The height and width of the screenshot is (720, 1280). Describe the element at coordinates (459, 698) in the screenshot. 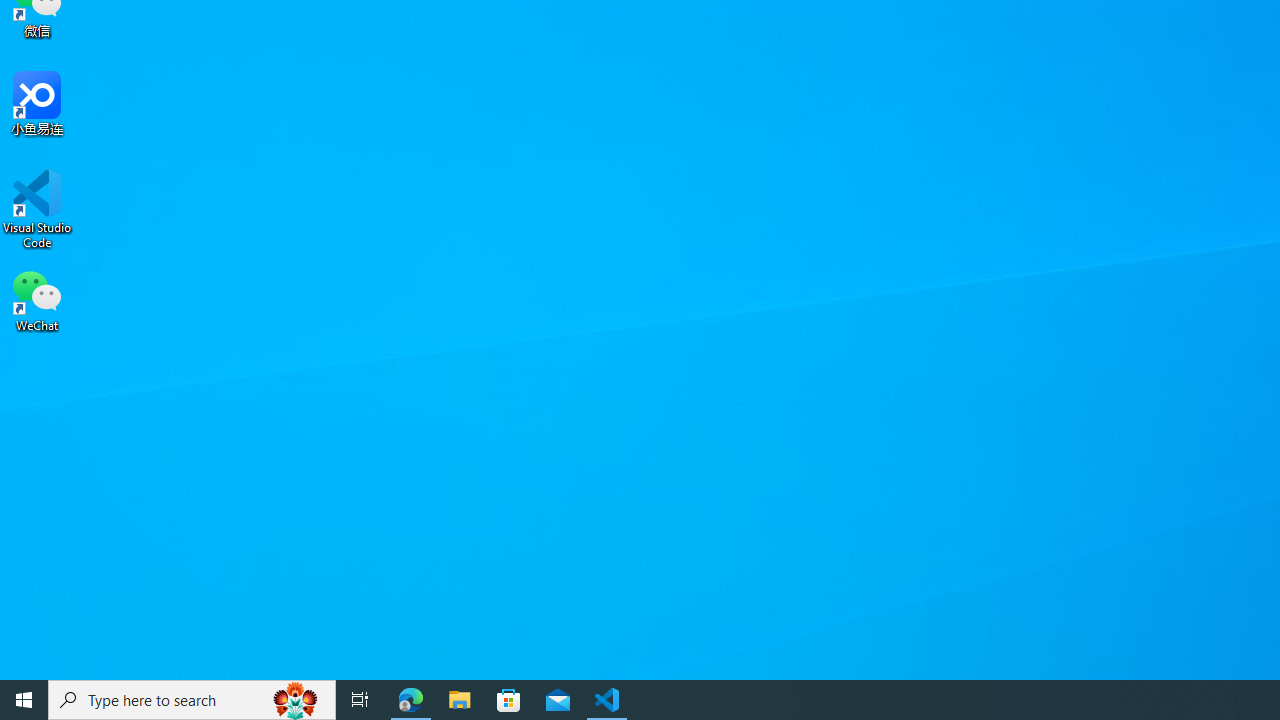

I see `'File Explorer'` at that location.